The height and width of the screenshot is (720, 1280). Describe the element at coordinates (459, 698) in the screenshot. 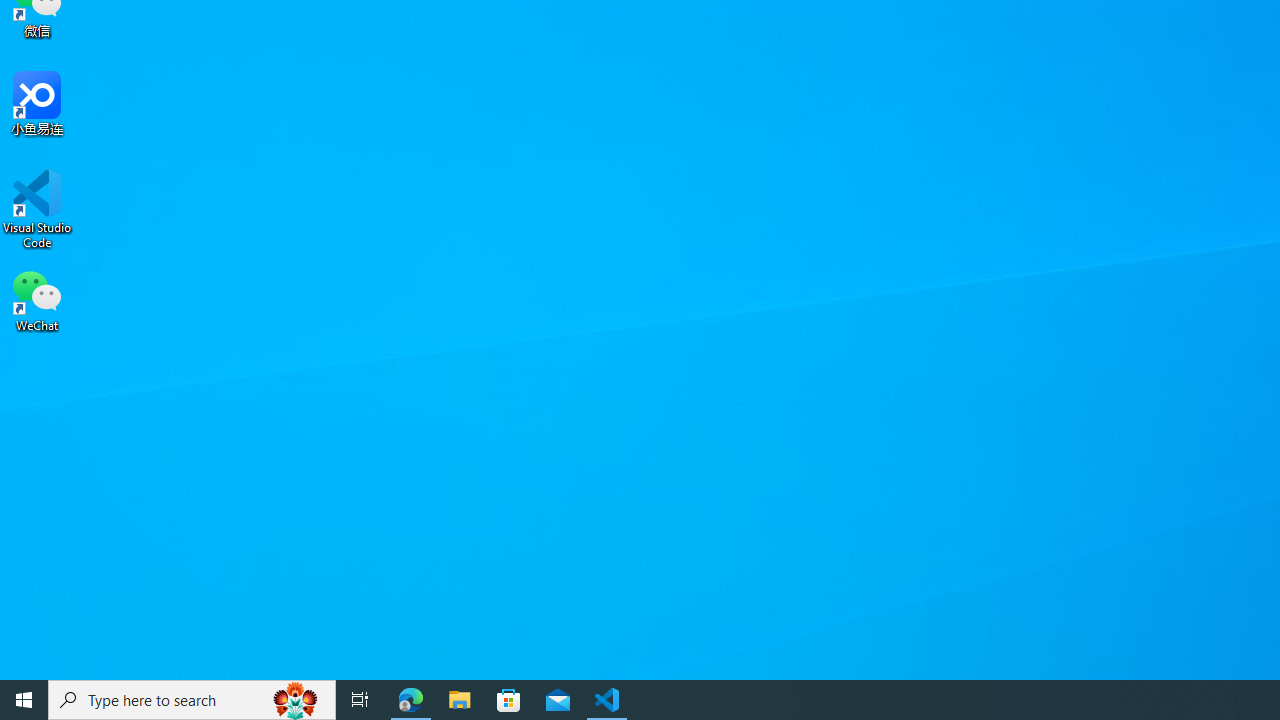

I see `'File Explorer'` at that location.